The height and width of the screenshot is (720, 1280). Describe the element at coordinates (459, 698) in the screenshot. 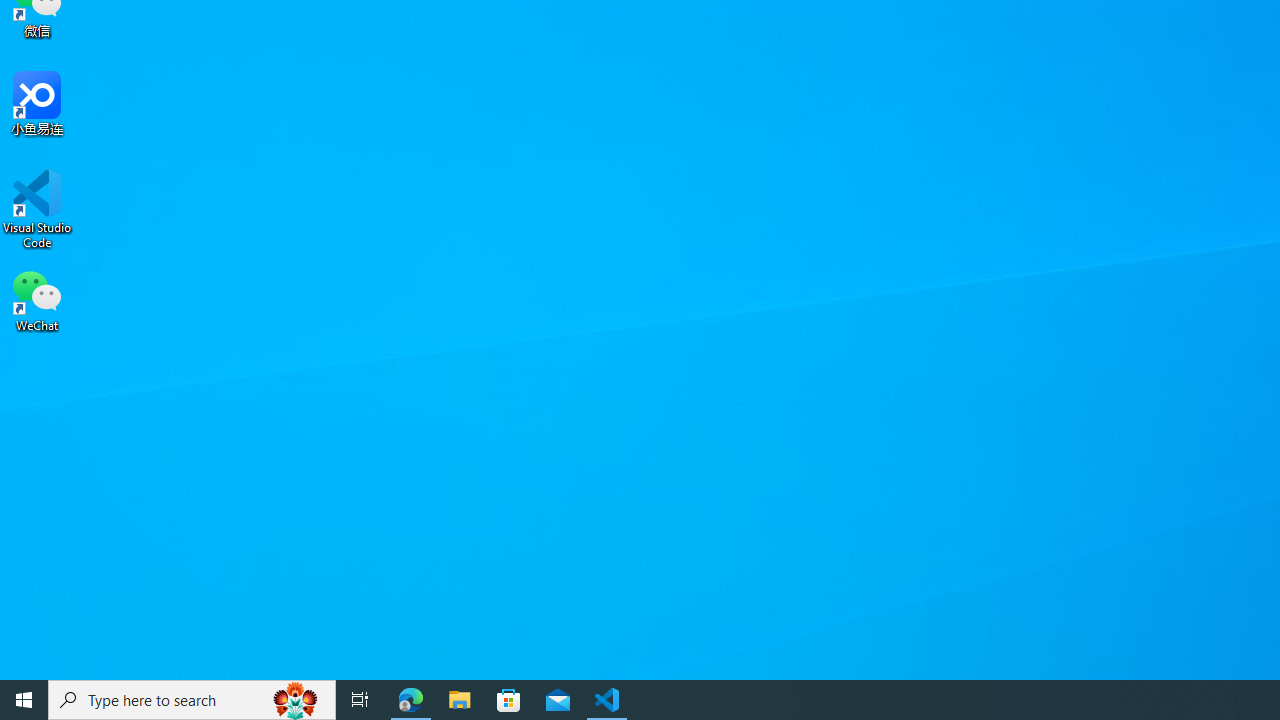

I see `'File Explorer'` at that location.